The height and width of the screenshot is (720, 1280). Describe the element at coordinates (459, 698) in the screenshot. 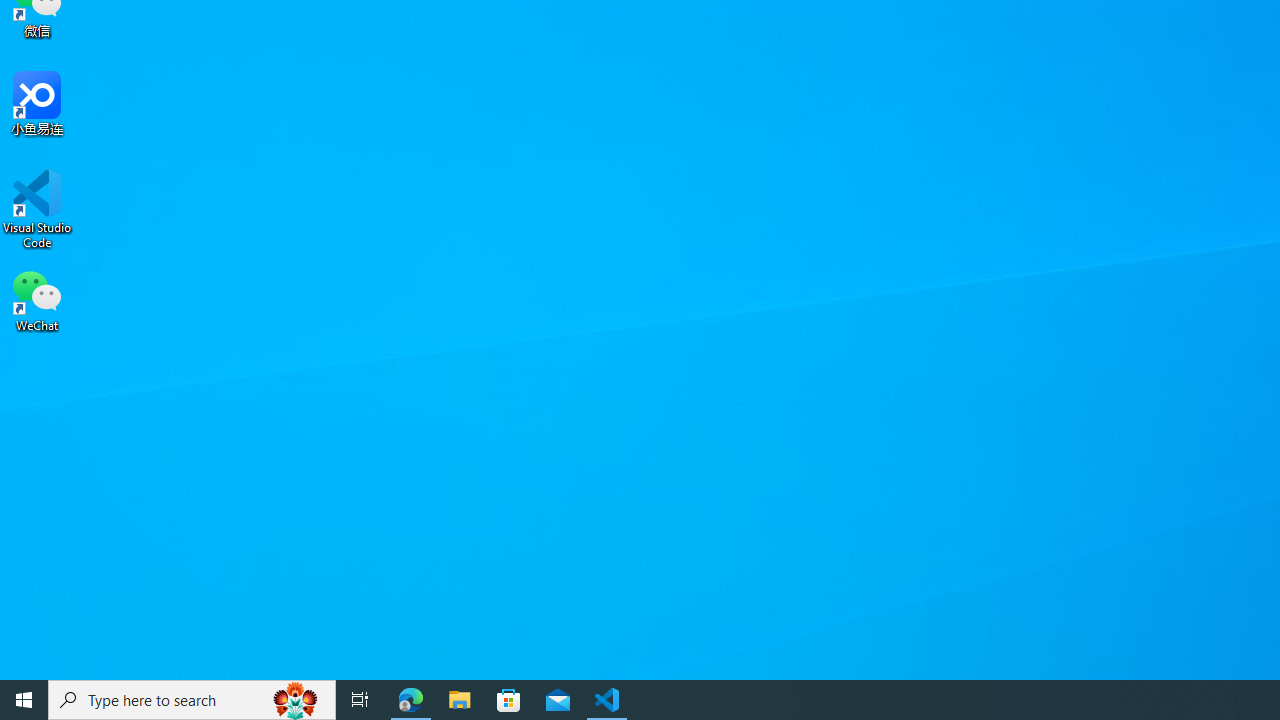

I see `'File Explorer'` at that location.